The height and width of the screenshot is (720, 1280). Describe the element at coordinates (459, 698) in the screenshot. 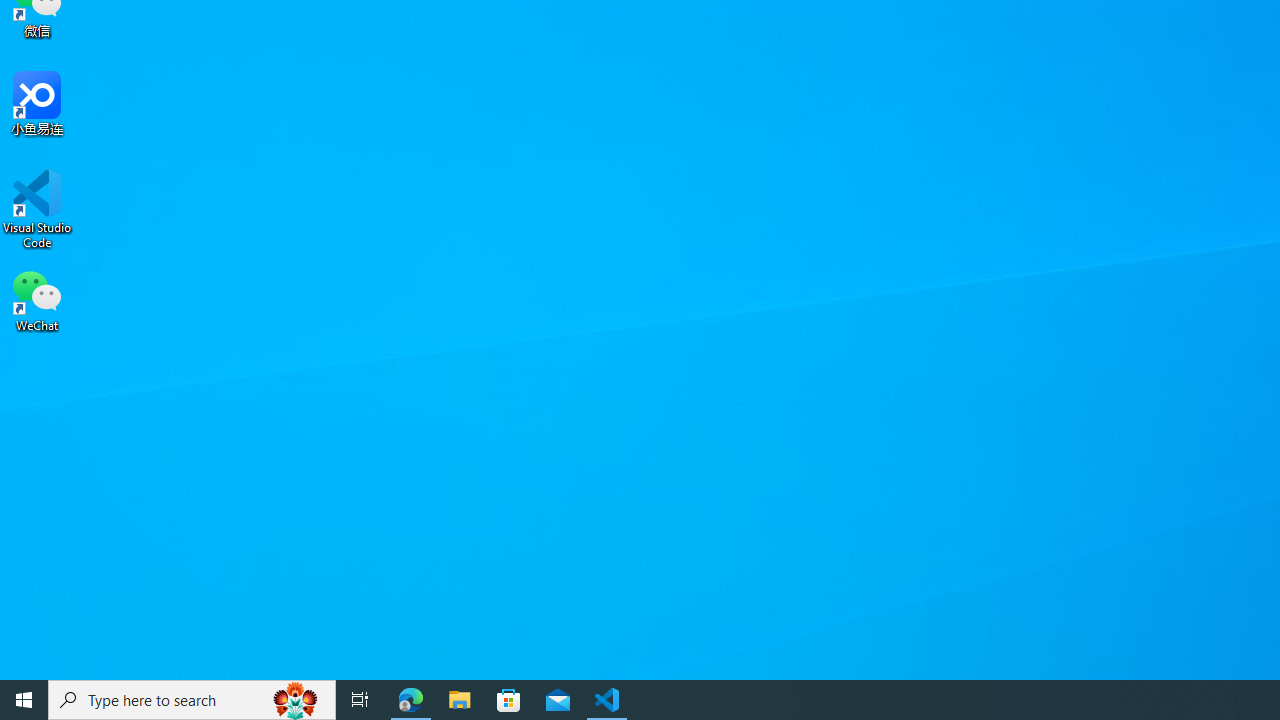

I see `'File Explorer'` at that location.